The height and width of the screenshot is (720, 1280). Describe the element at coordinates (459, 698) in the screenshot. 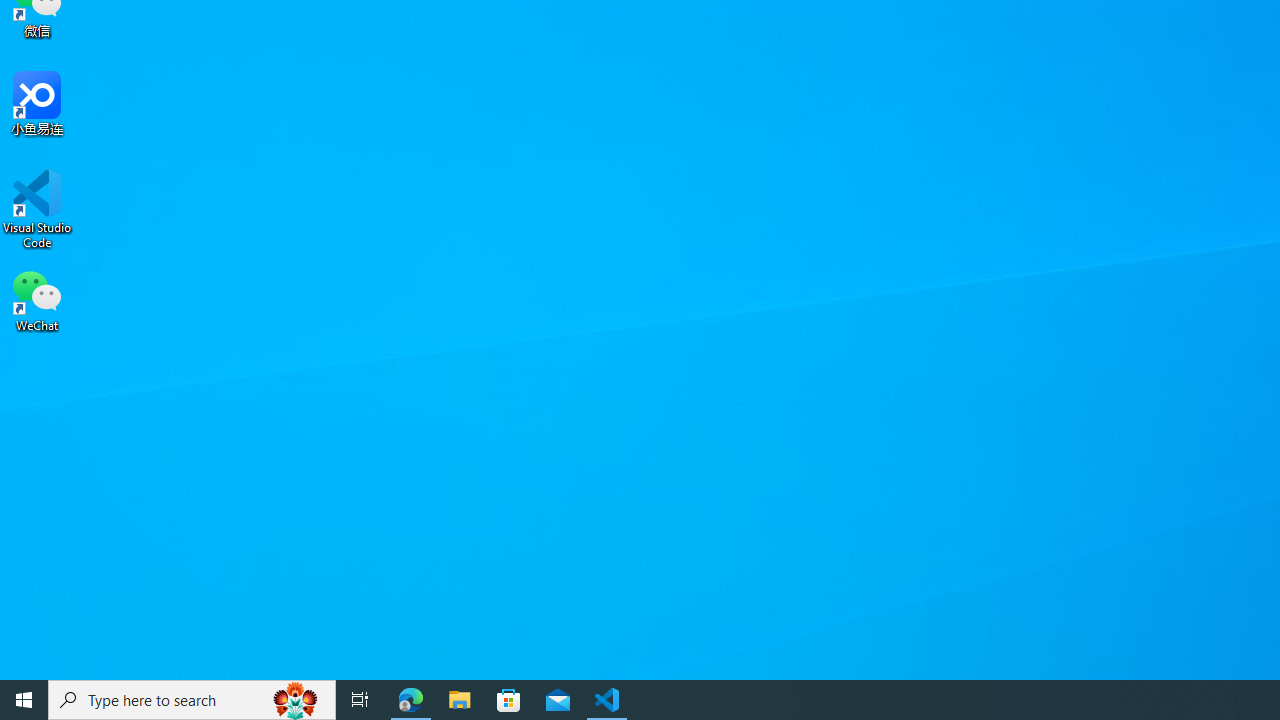

I see `'File Explorer'` at that location.